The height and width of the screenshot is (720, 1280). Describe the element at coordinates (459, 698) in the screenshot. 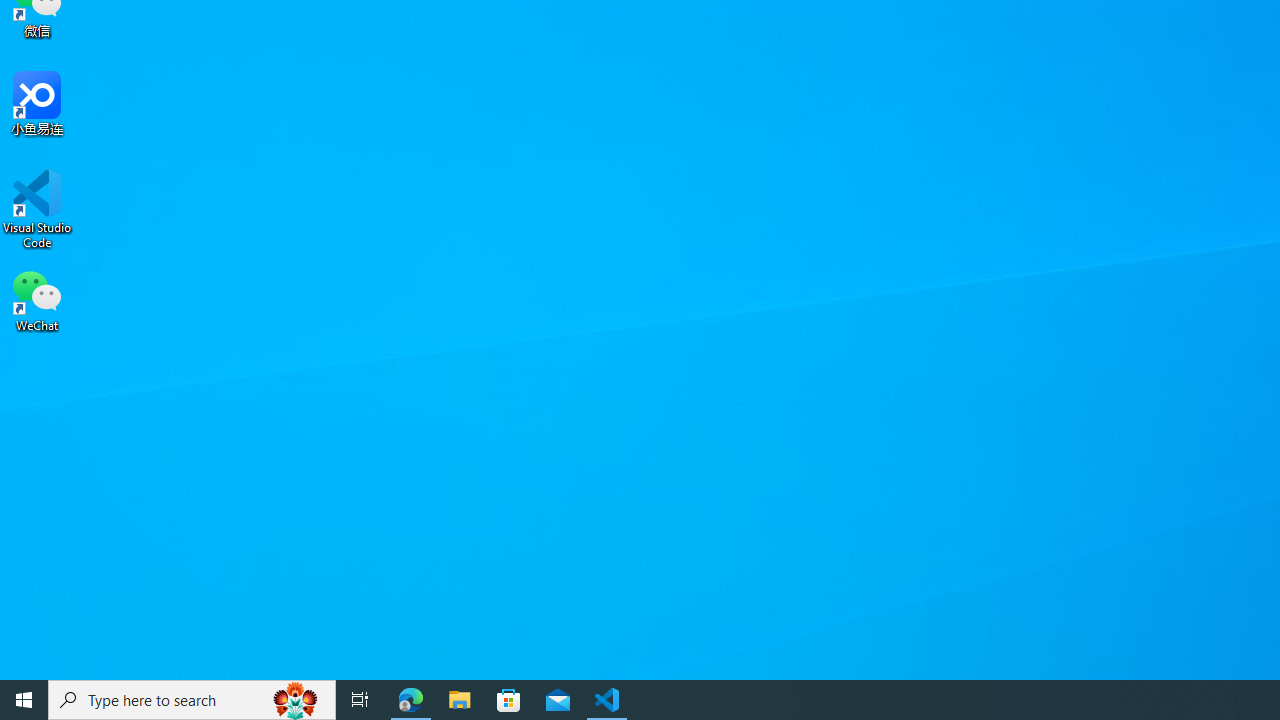

I see `'File Explorer'` at that location.